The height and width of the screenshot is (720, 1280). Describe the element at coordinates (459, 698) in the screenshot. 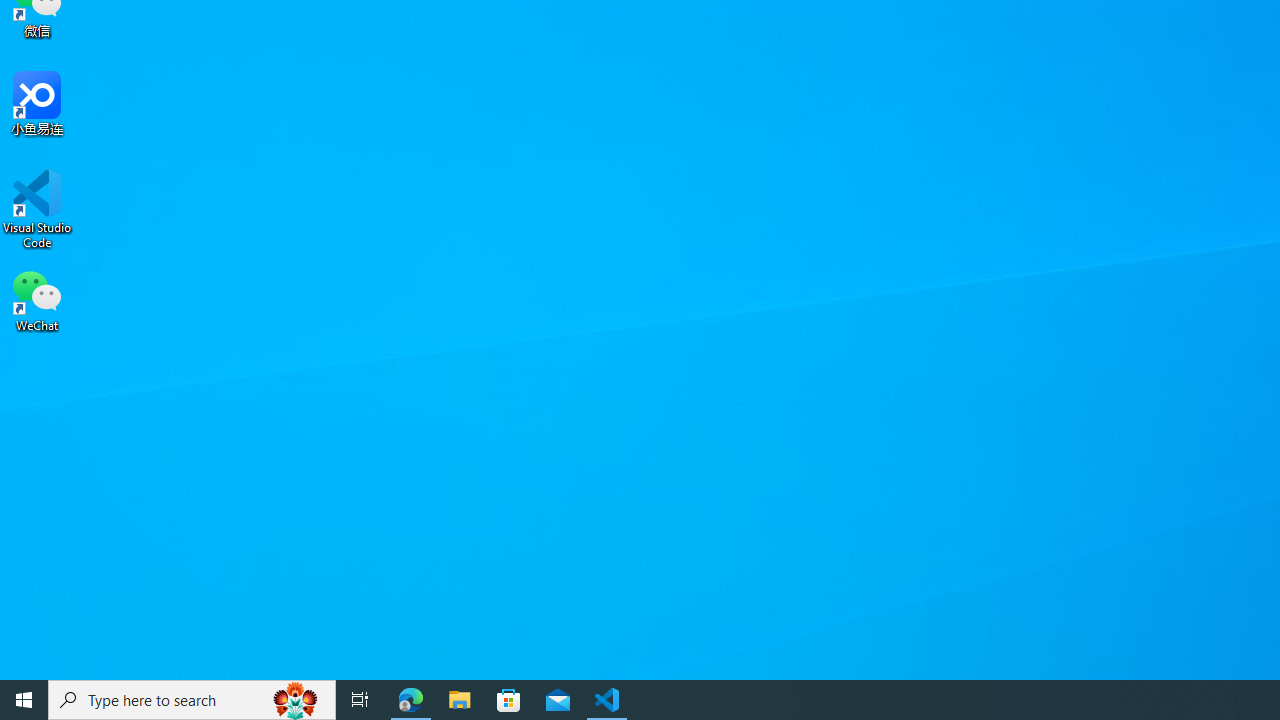

I see `'File Explorer'` at that location.